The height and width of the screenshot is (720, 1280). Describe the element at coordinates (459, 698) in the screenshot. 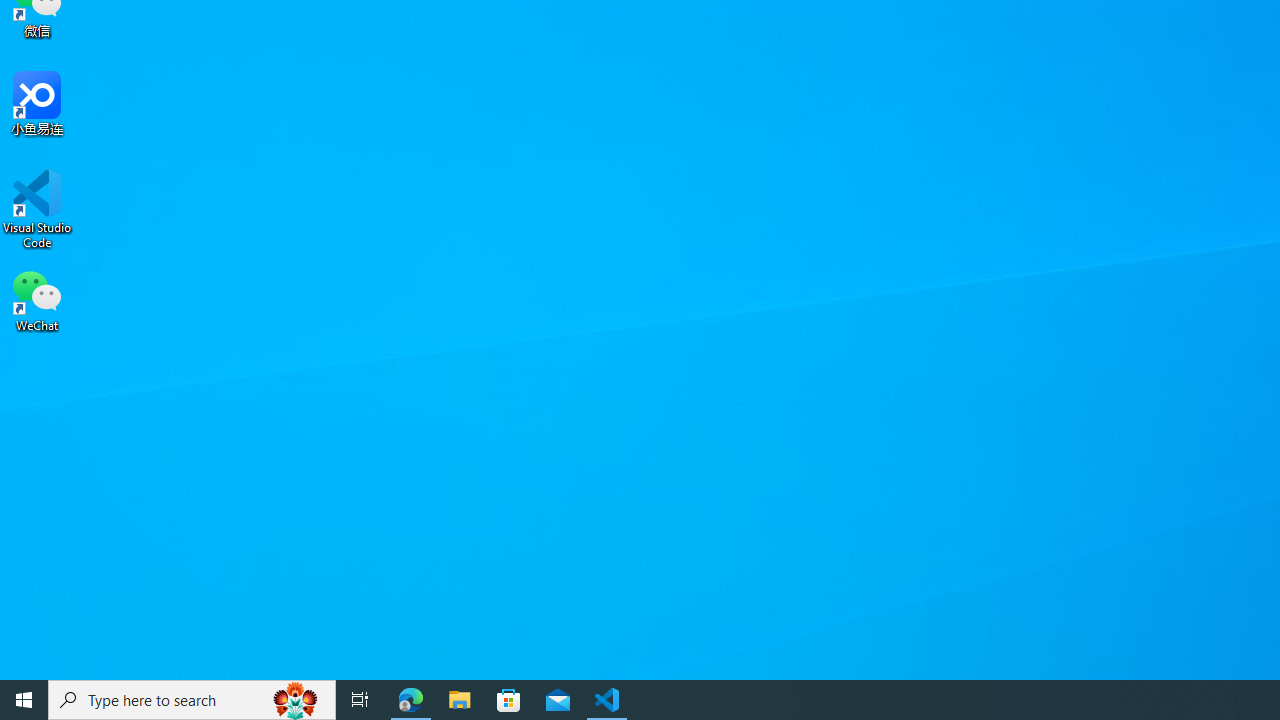

I see `'File Explorer'` at that location.